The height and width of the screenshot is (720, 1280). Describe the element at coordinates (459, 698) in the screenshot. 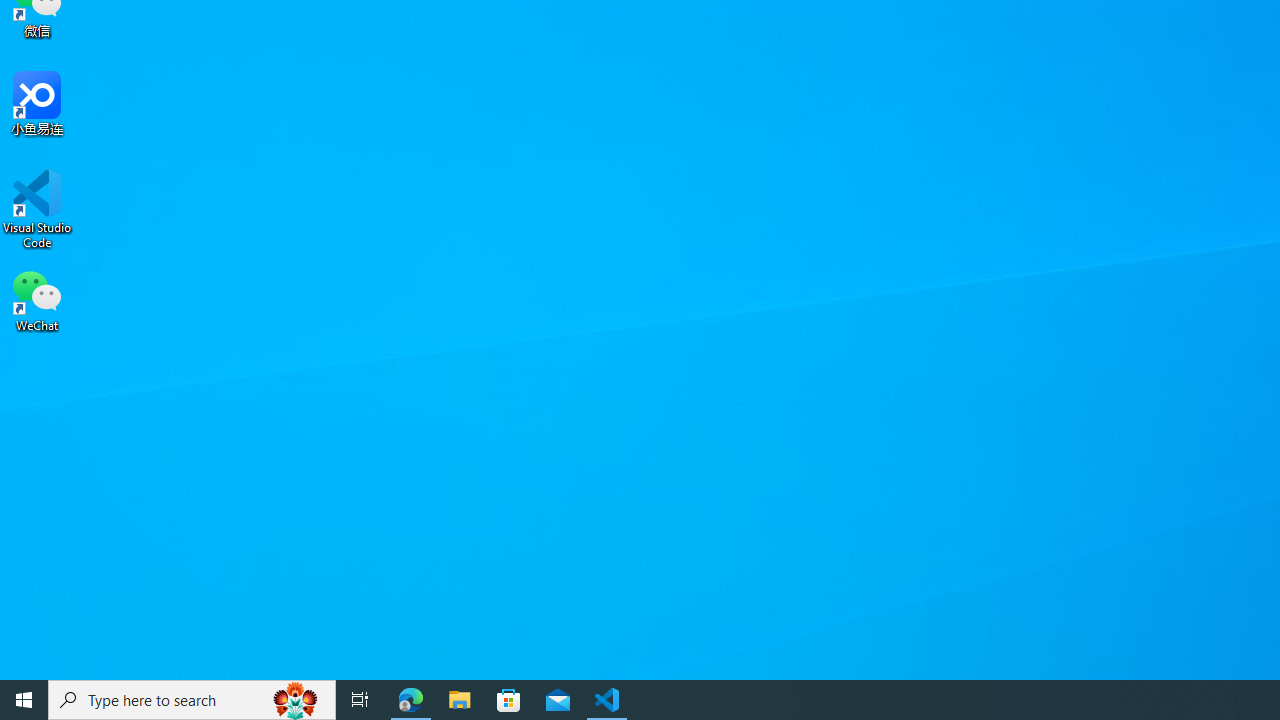

I see `'File Explorer'` at that location.